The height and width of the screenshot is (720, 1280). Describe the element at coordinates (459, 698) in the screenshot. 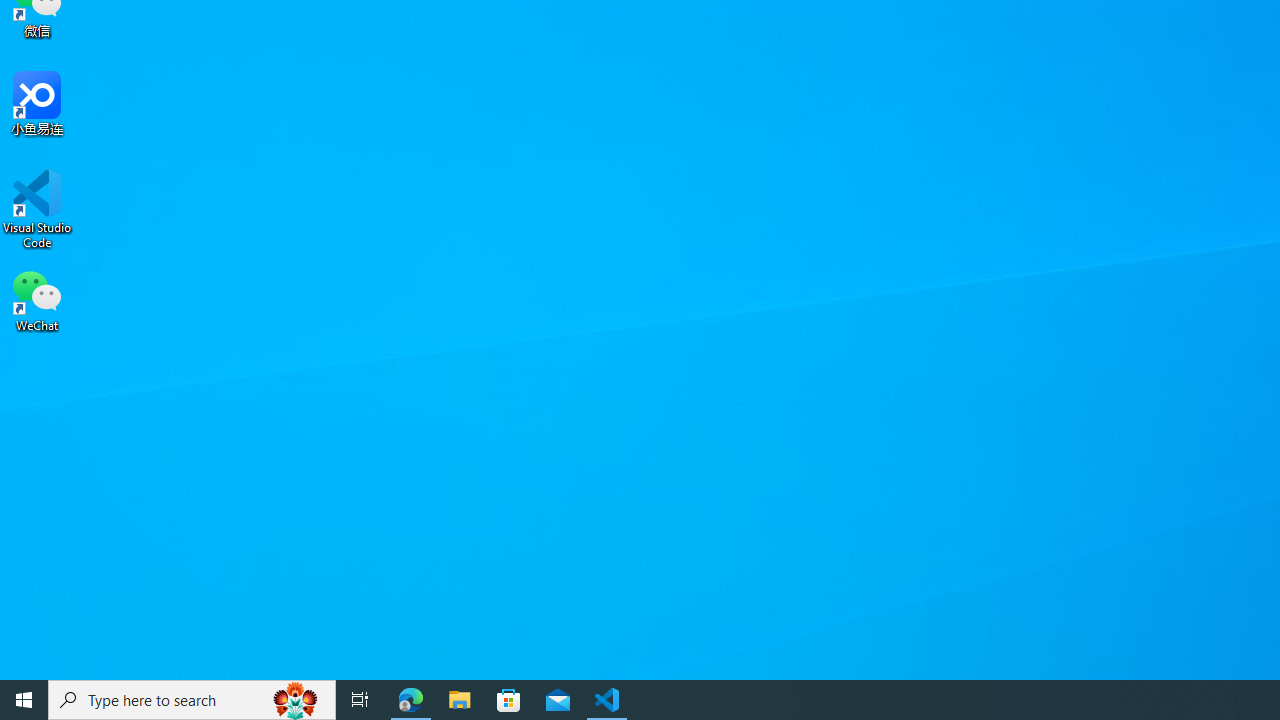

I see `'File Explorer'` at that location.